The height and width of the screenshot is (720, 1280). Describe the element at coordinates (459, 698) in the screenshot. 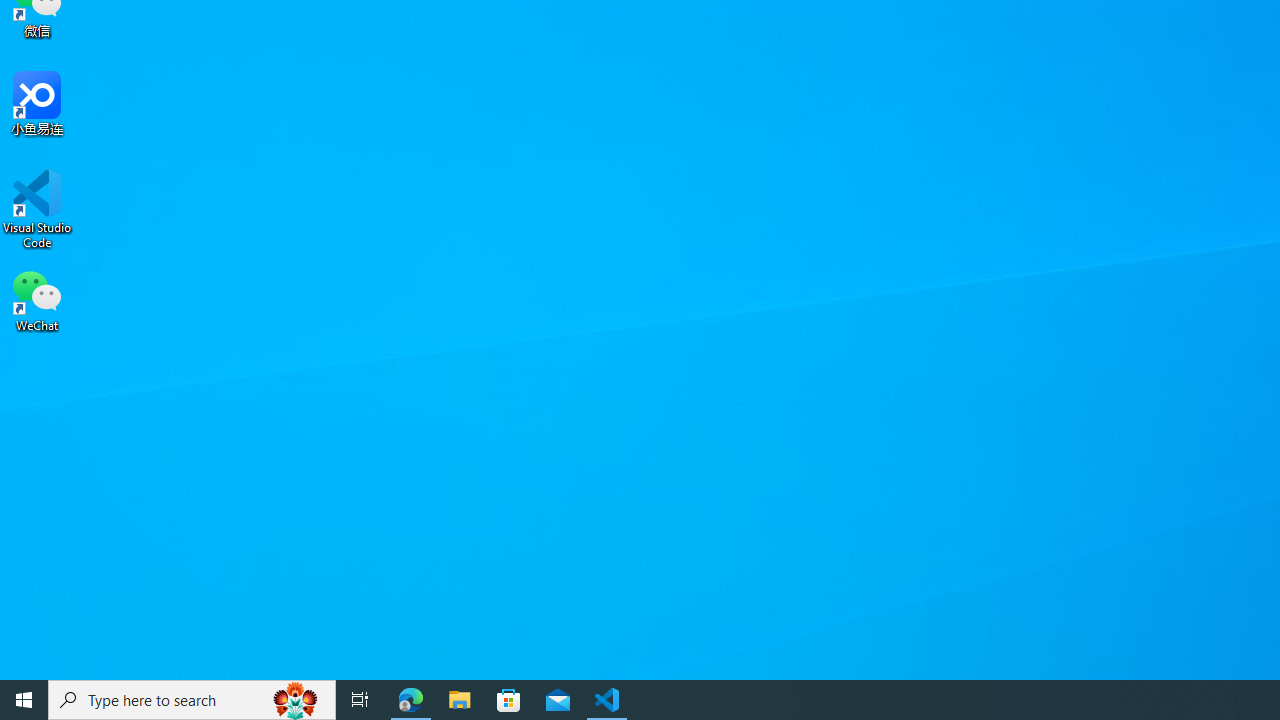

I see `'File Explorer'` at that location.